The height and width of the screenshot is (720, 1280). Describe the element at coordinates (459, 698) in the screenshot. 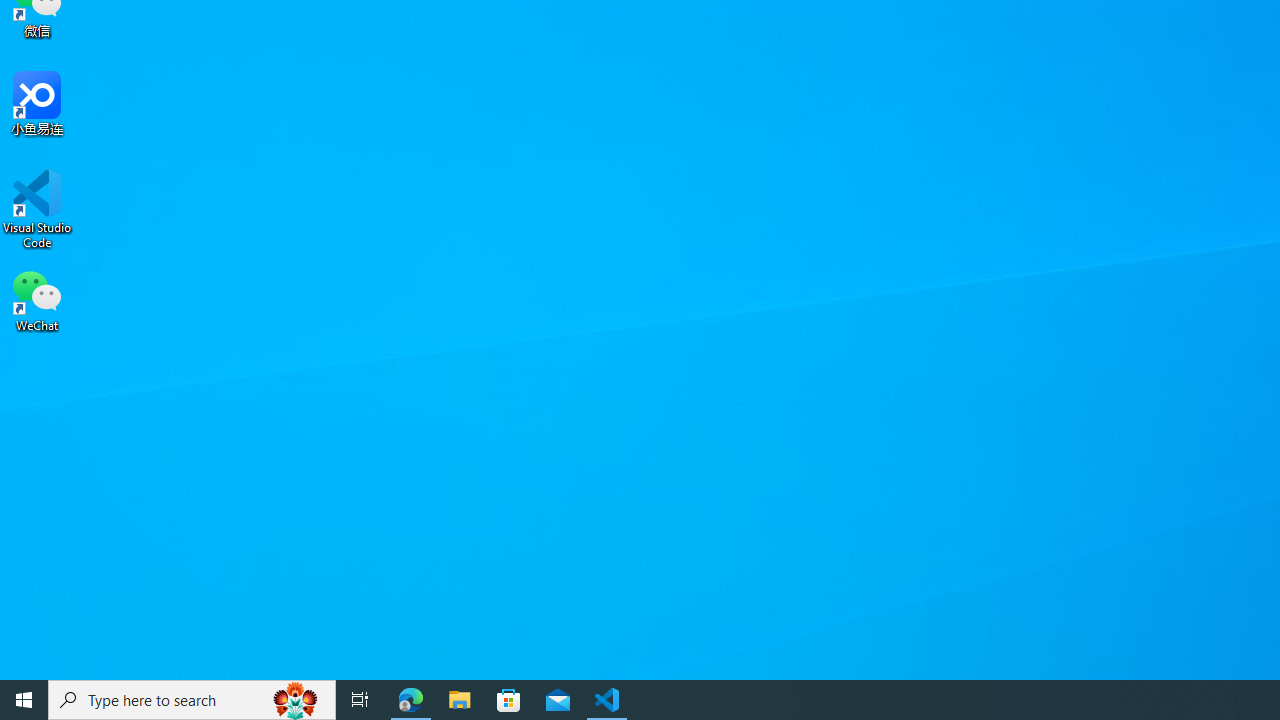

I see `'File Explorer'` at that location.